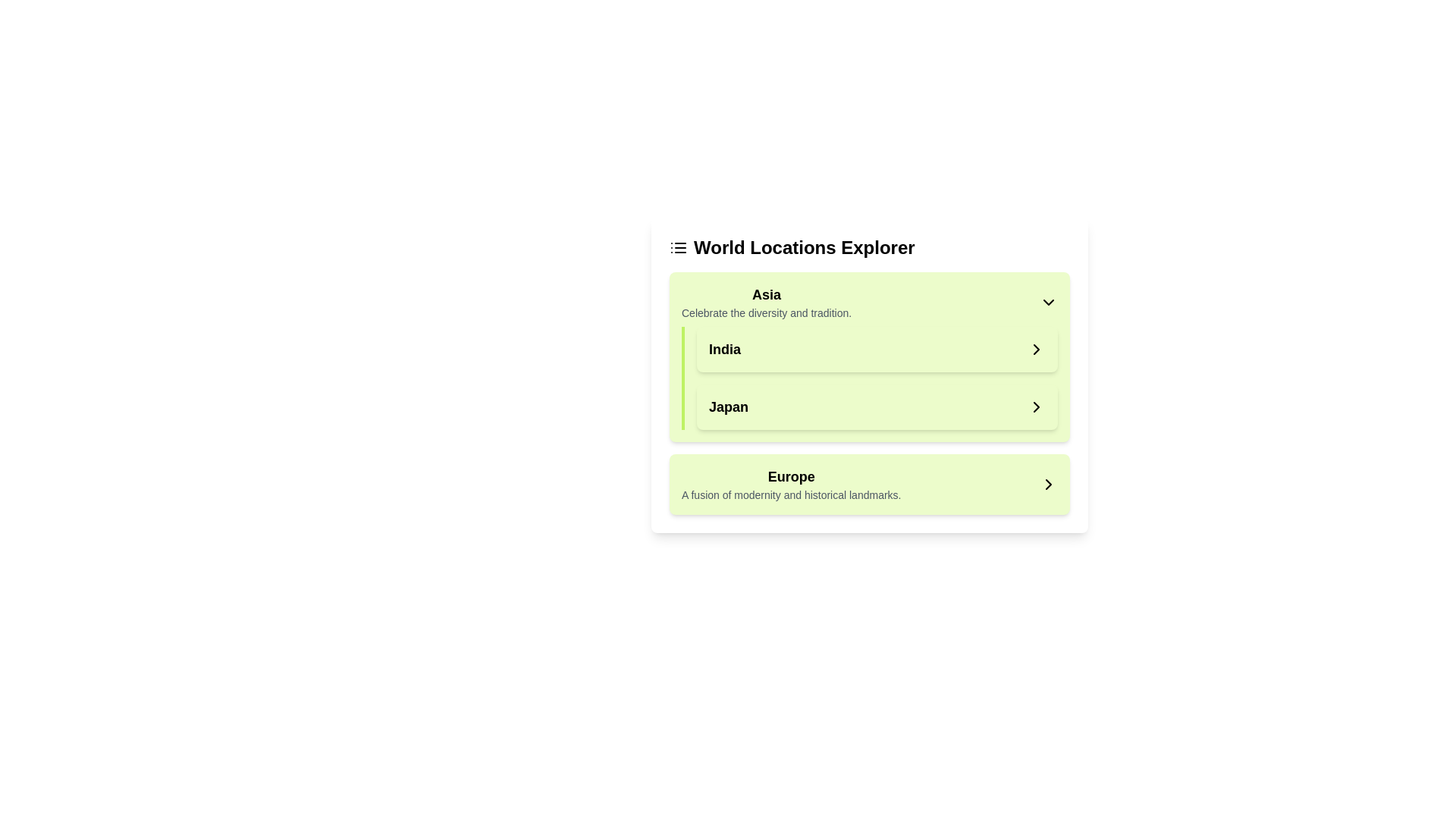 This screenshot has width=1456, height=819. I want to click on the text label indicating details related to Japan, which is positioned under the 'Asia' category and below the 'India' label, so click(728, 406).